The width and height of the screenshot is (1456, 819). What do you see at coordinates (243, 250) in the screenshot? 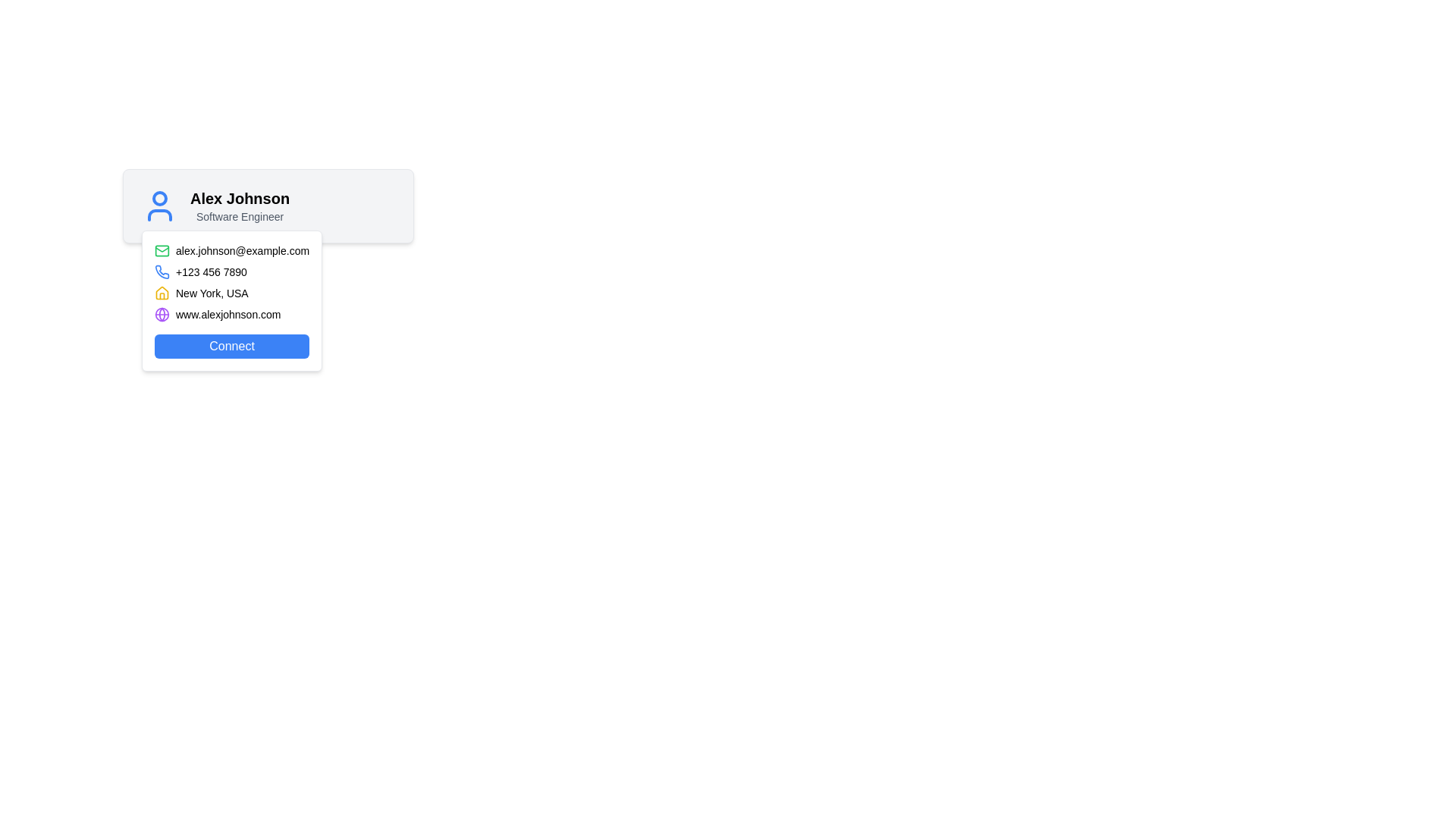
I see `the email address display text label located in the contact information panel, which is positioned above the phone number and adjacent to a green envelope icon` at bounding box center [243, 250].